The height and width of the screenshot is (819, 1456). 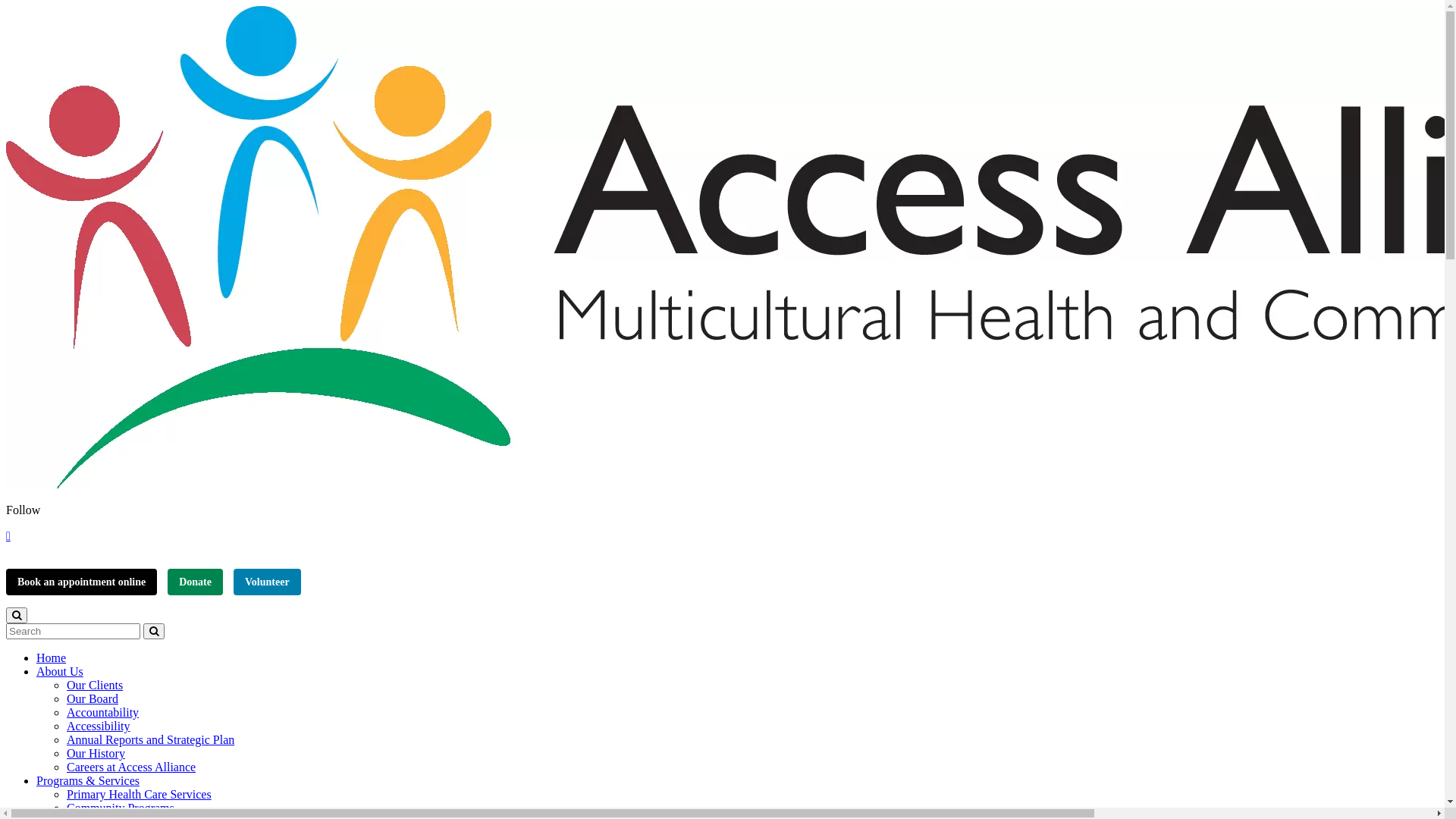 I want to click on 'Annual Reports and Strategic Plan', so click(x=150, y=739).